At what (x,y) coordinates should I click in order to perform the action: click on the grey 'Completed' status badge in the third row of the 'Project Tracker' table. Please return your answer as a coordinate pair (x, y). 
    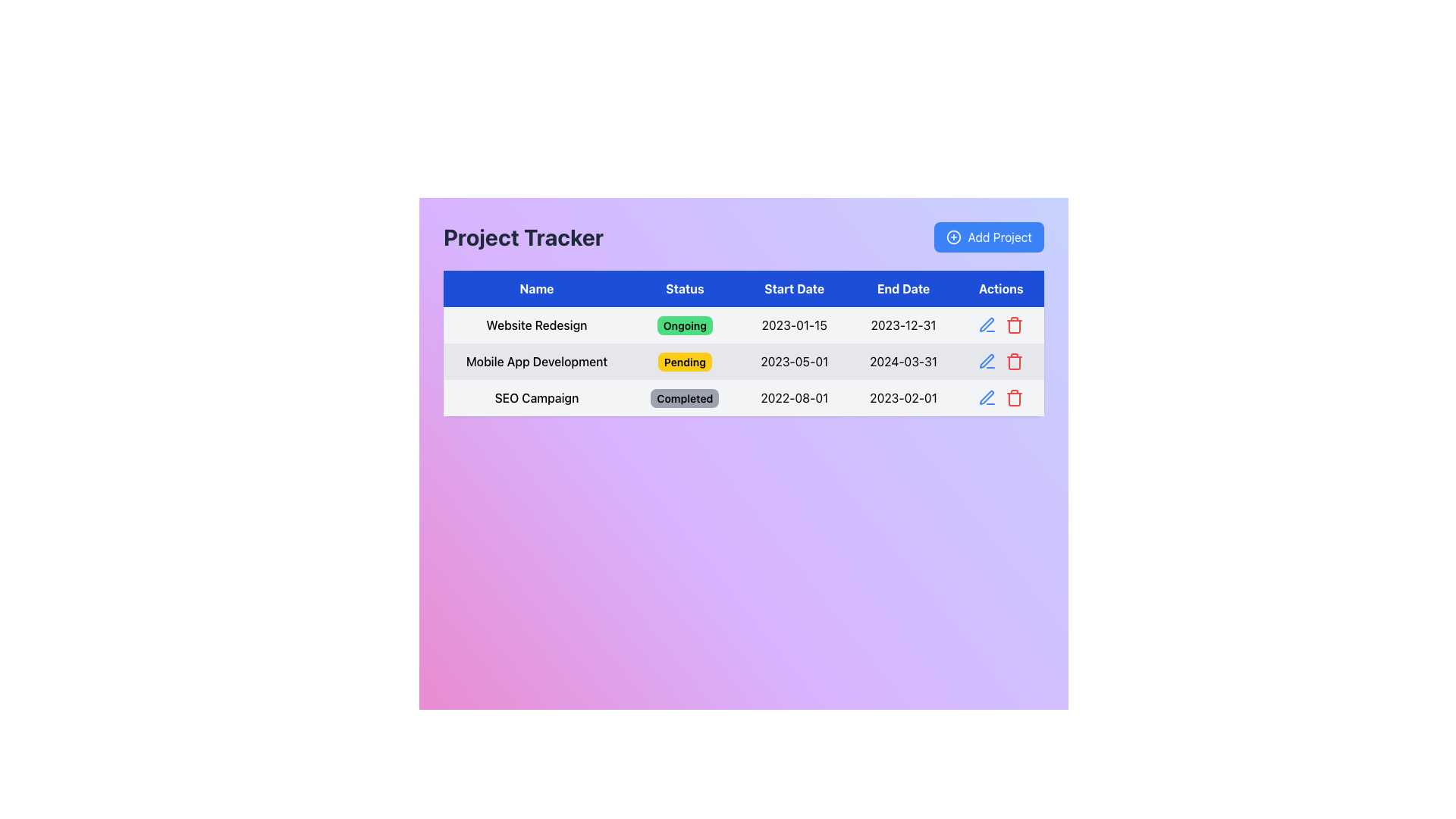
    Looking at the image, I should click on (743, 397).